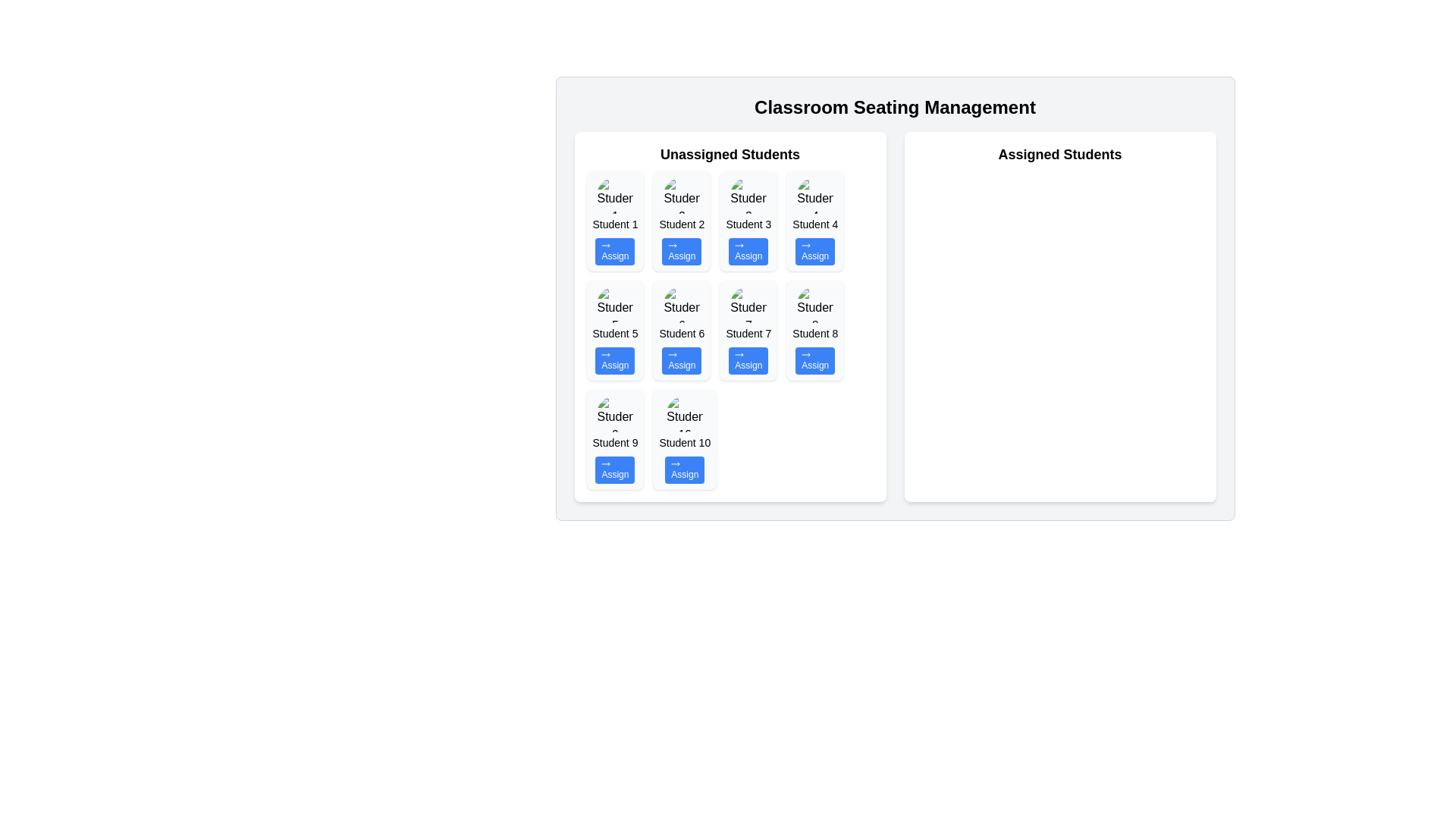 This screenshot has width=1456, height=819. I want to click on the Avatar image representing 'Student 1', which is located in the top-left corner of the 'Unassigned Students' section, so click(615, 195).